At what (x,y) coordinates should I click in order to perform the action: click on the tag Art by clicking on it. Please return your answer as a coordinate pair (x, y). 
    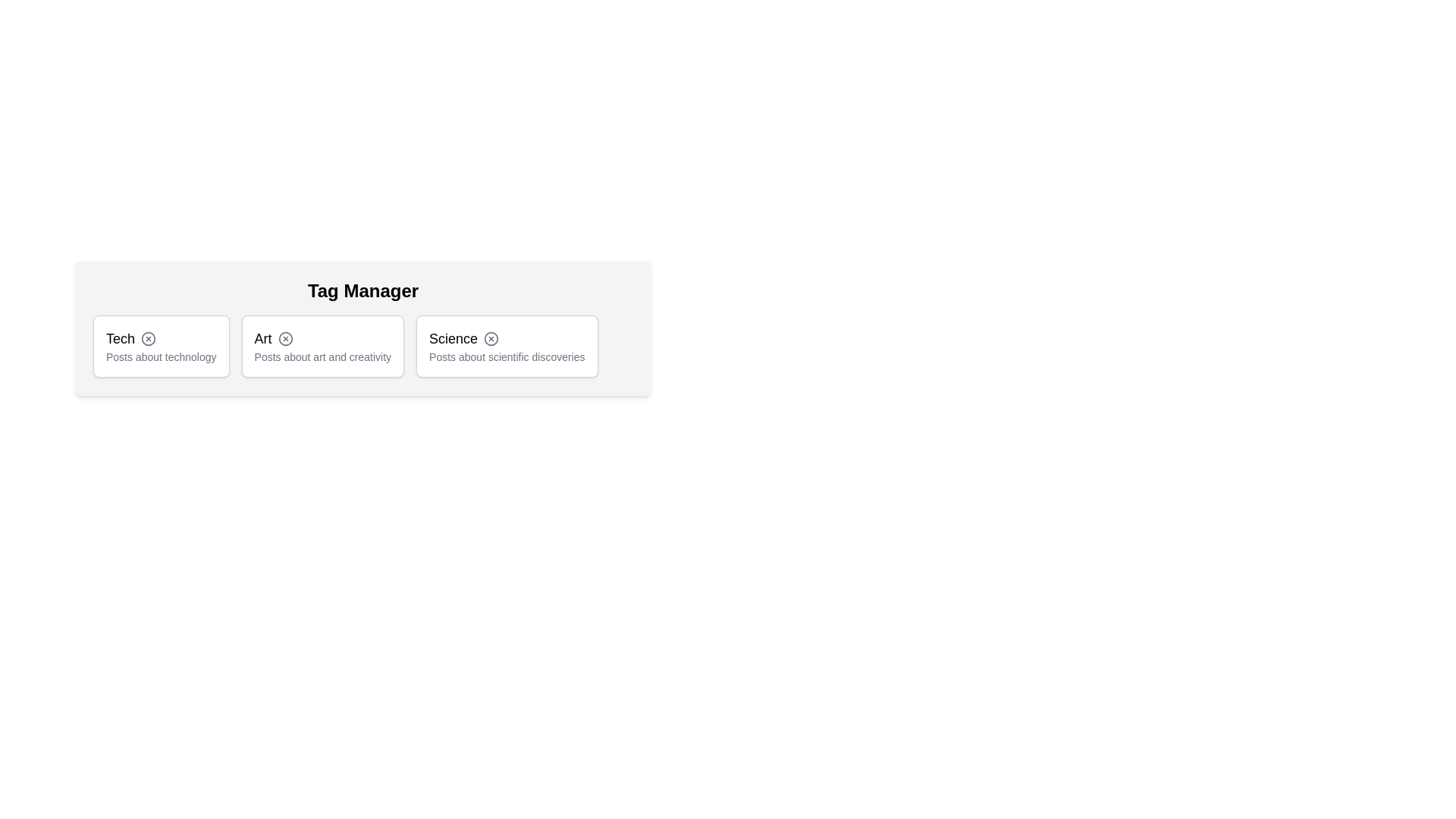
    Looking at the image, I should click on (322, 346).